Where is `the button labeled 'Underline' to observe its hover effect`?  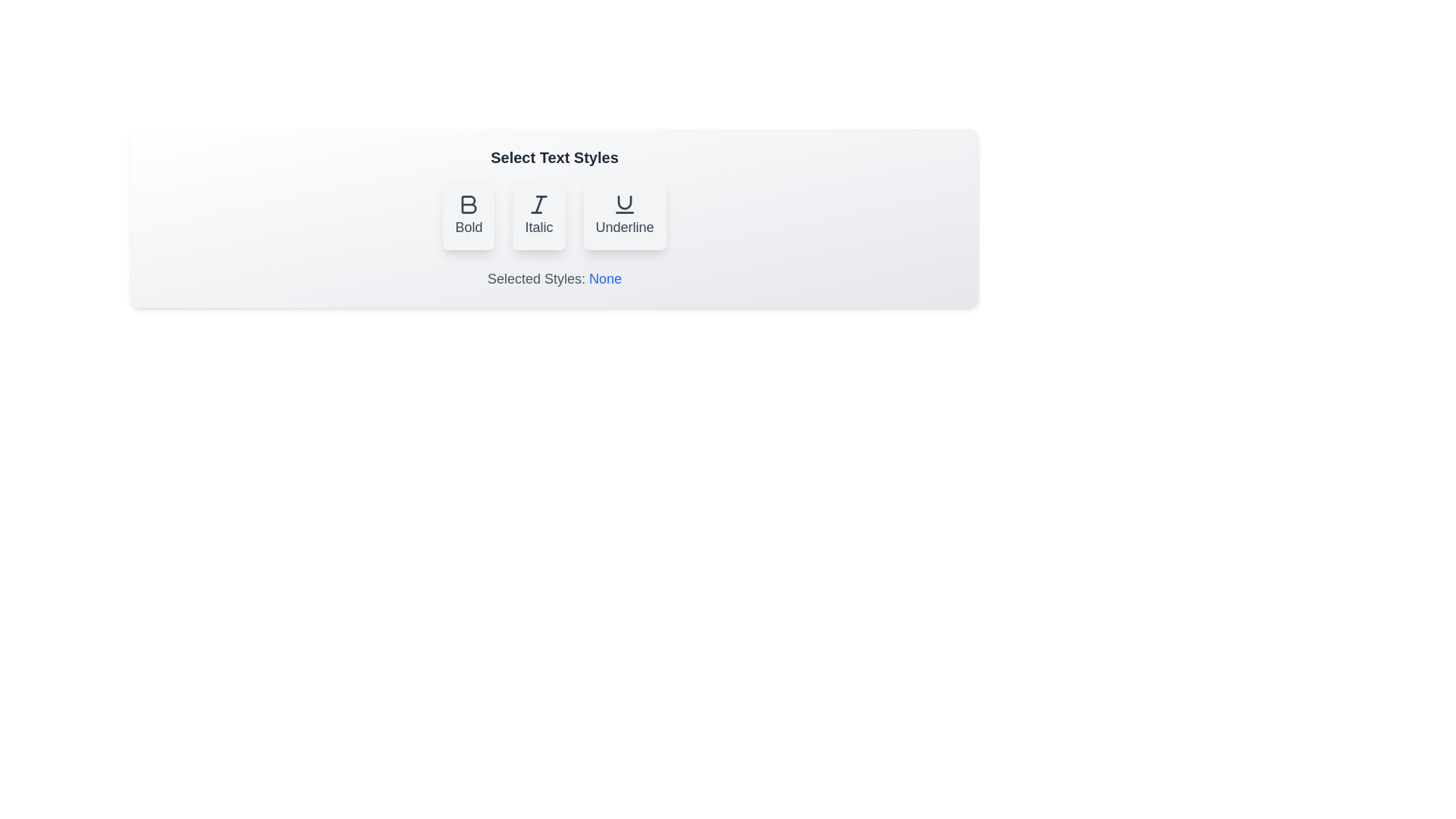
the button labeled 'Underline' to observe its hover effect is located at coordinates (625, 215).